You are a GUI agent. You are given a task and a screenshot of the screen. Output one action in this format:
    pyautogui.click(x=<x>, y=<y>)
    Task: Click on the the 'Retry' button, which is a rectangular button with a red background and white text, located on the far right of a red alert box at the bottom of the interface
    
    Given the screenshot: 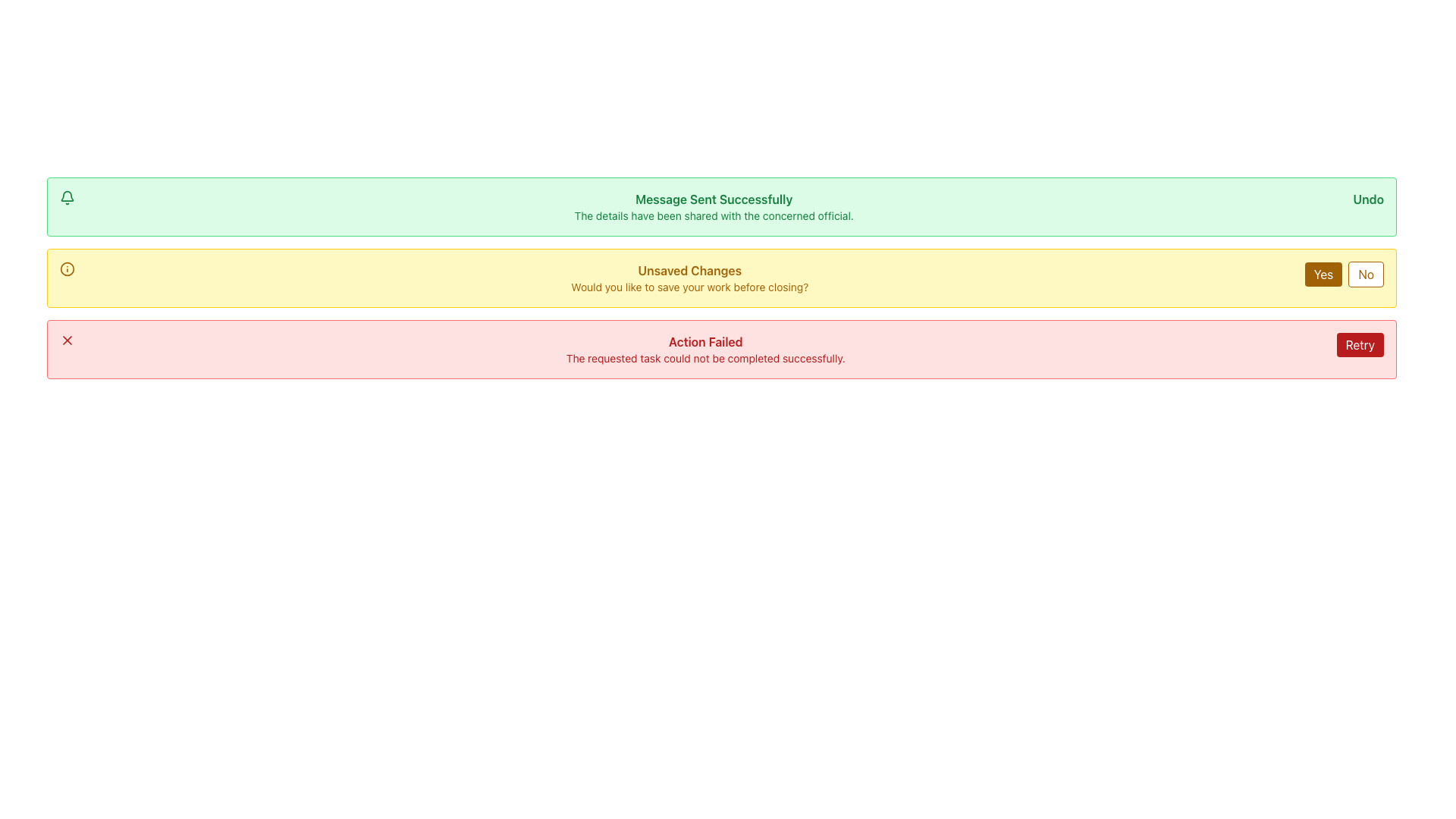 What is the action you would take?
    pyautogui.click(x=1360, y=345)
    